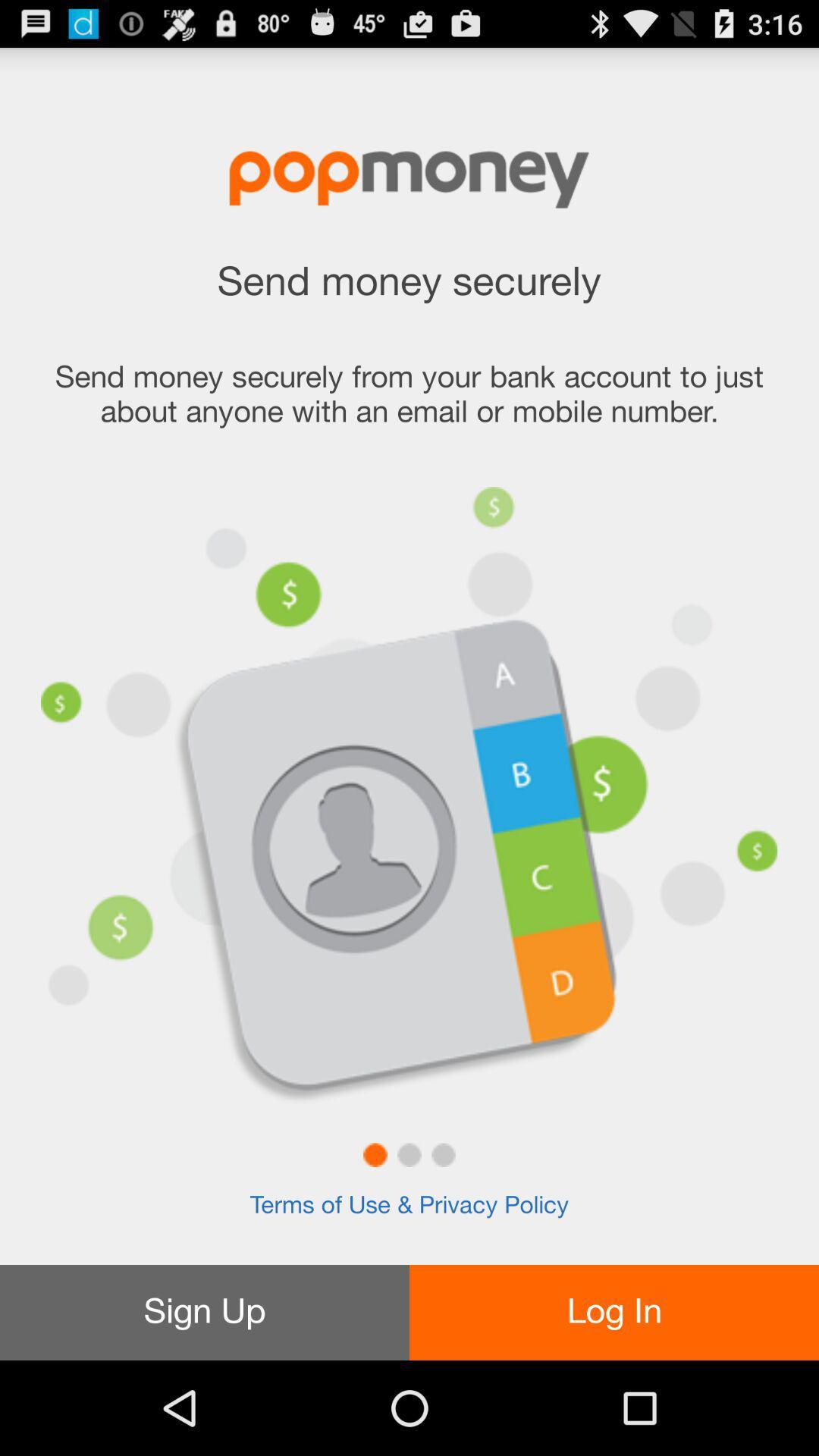 The width and height of the screenshot is (819, 1456). What do you see at coordinates (614, 1312) in the screenshot?
I see `item below terms of use` at bounding box center [614, 1312].